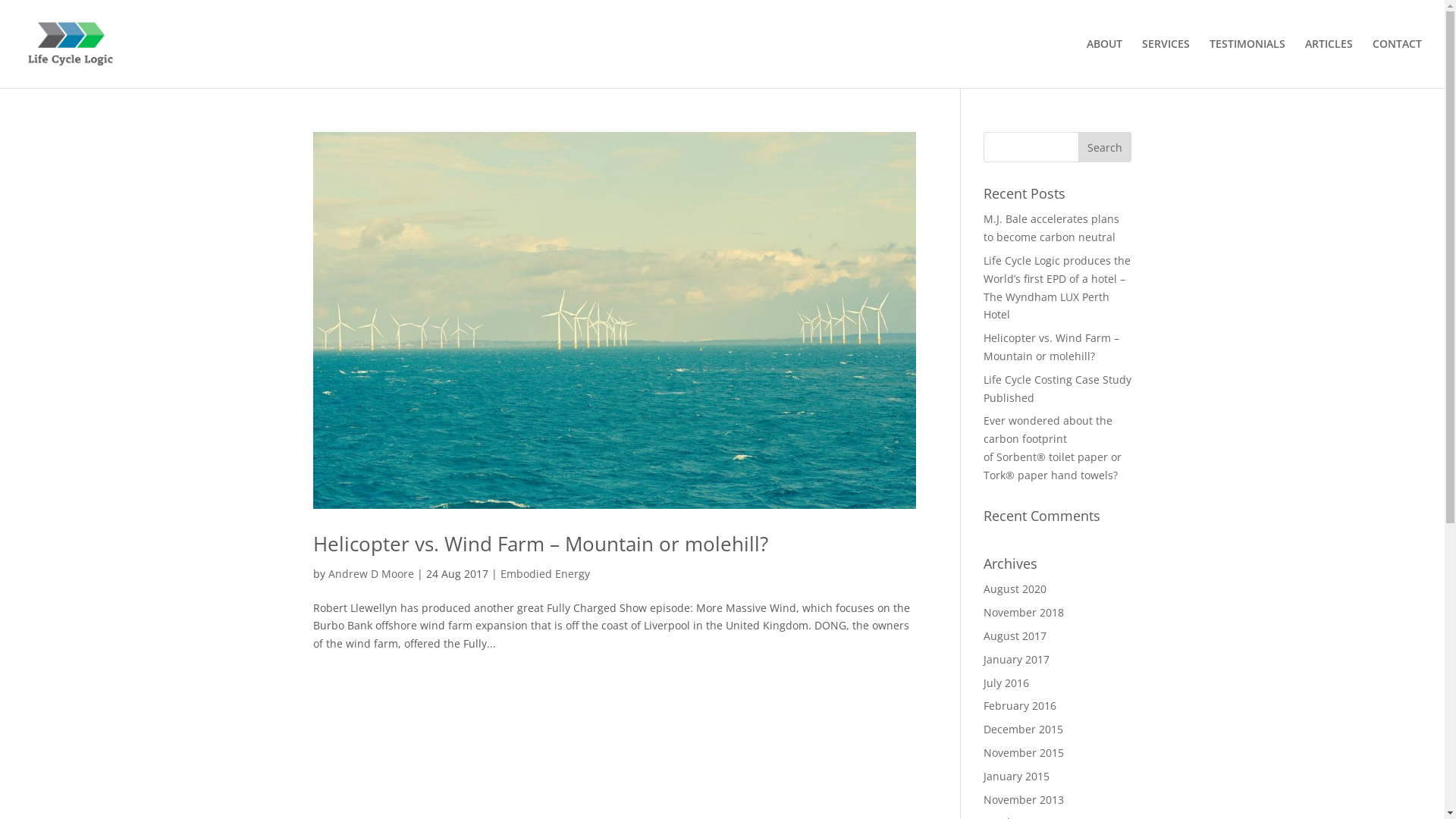 This screenshot has width=1456, height=819. What do you see at coordinates (1023, 611) in the screenshot?
I see `'November 2018'` at bounding box center [1023, 611].